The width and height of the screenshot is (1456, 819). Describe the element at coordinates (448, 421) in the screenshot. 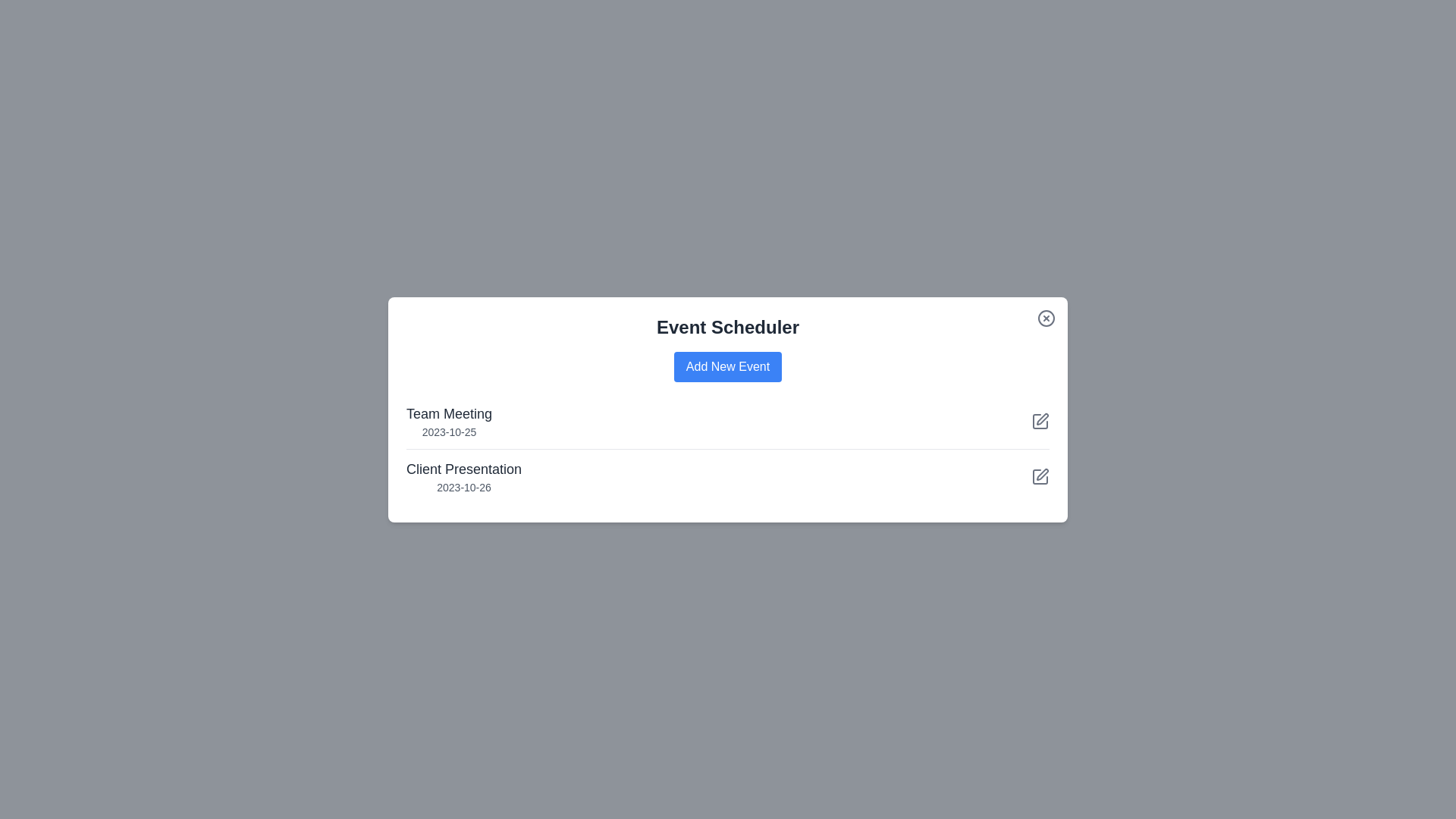

I see `the event title and date label located under the 'Event Scheduler' heading, which is the topmost event in the list above the 'Client Presentation' event` at that location.